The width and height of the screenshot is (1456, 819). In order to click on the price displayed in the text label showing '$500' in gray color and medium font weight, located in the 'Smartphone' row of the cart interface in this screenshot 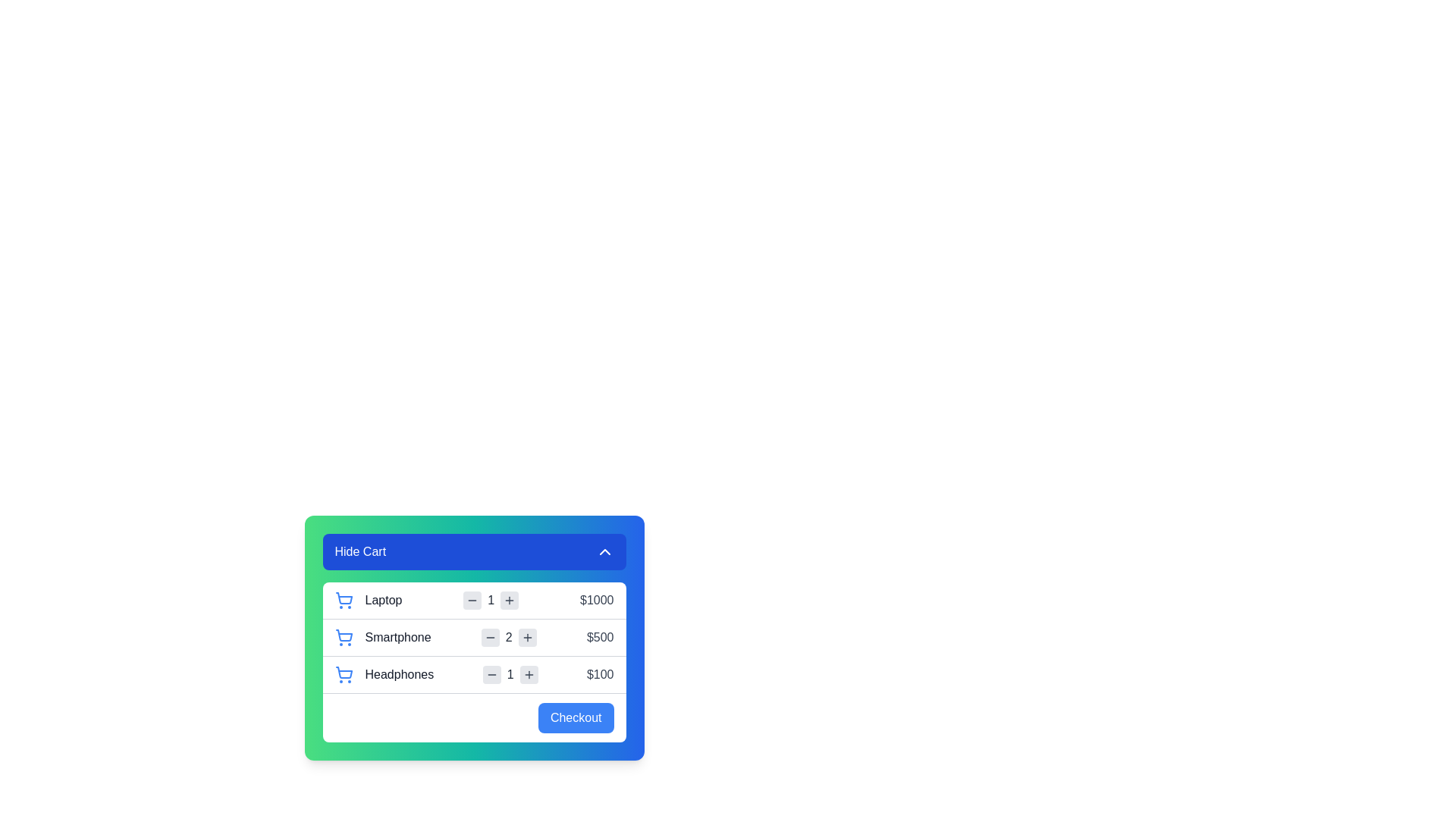, I will do `click(599, 637)`.